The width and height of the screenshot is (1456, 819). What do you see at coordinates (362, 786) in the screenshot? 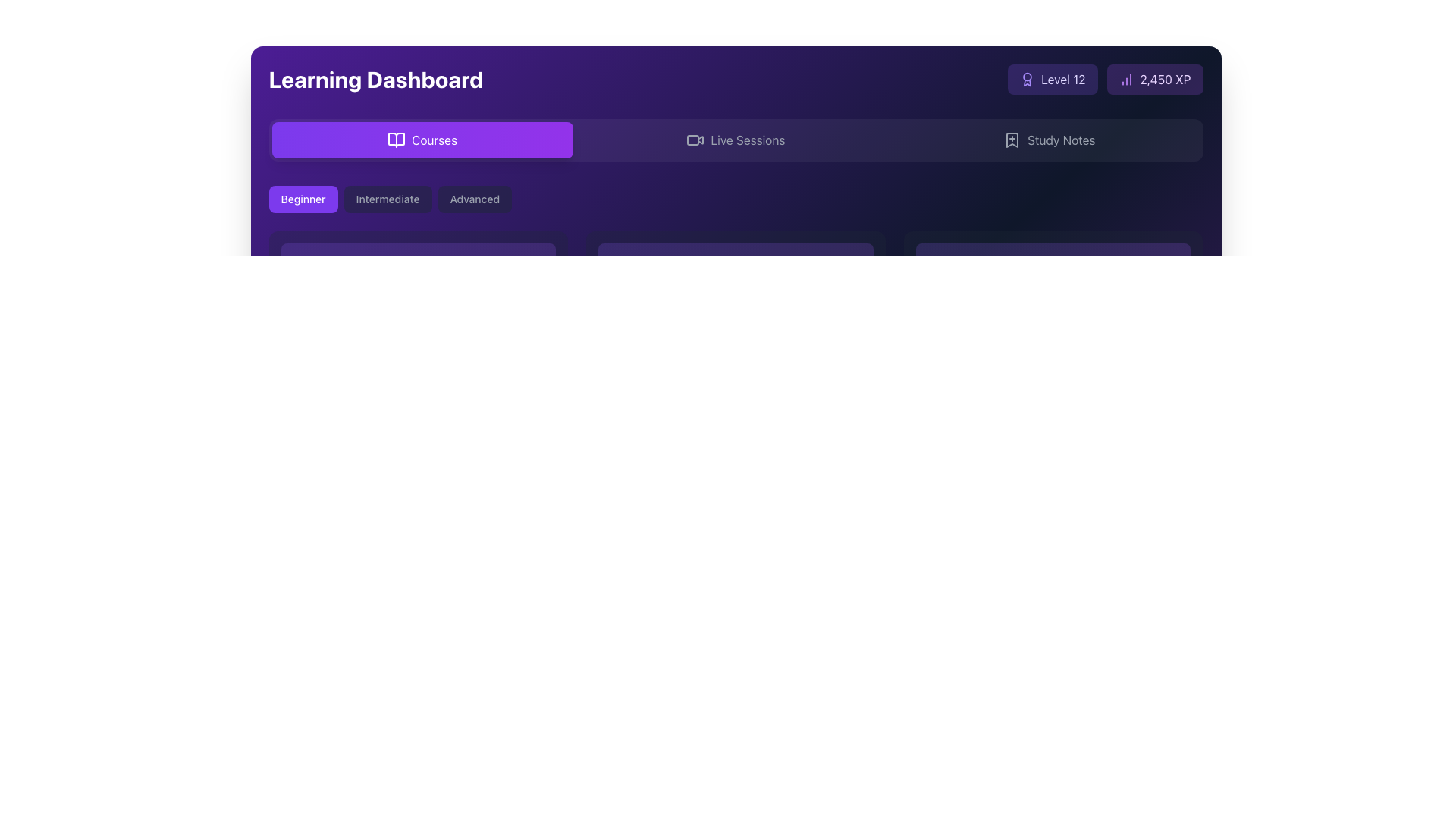
I see `the progress bar segment, which is a gray horizontal bar with rounded ends located at the bottom of the interface, indicating task completion percentage` at bounding box center [362, 786].